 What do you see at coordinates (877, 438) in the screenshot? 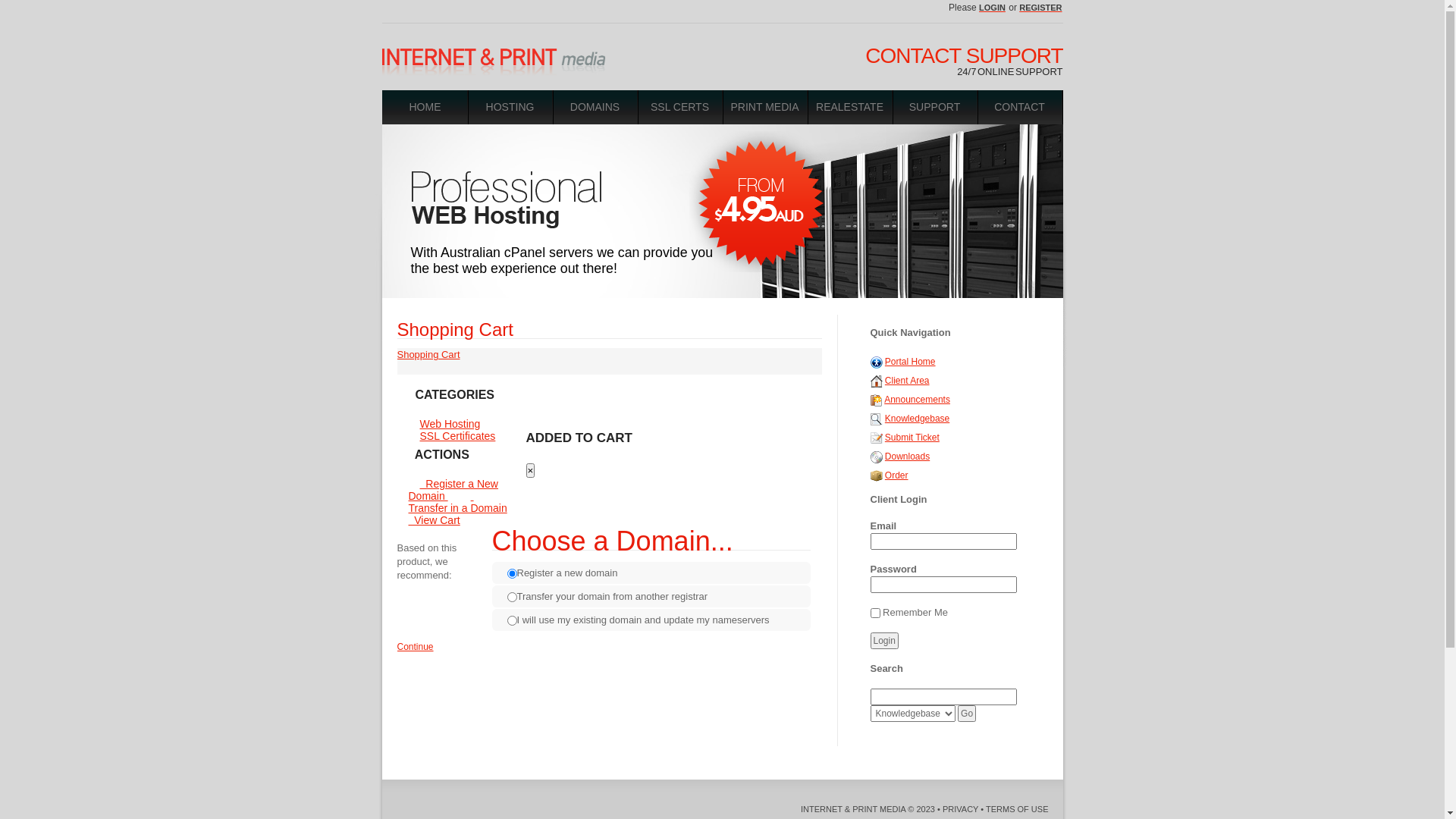
I see `'Submit Ticket'` at bounding box center [877, 438].